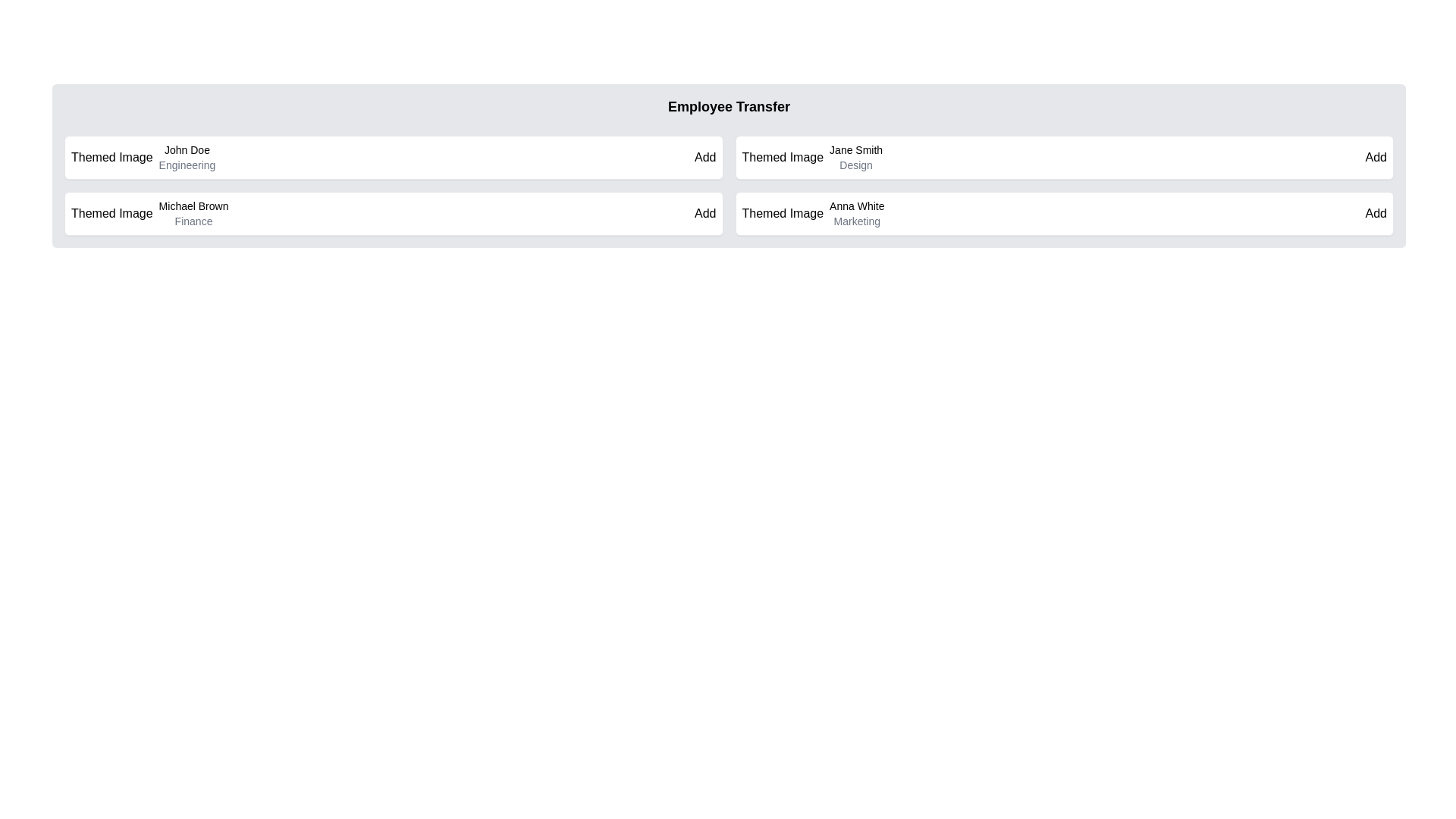 The image size is (1456, 819). Describe the element at coordinates (193, 213) in the screenshot. I see `the text label displaying 'Michael Brown' in bold followed by 'Finance' in gray, located in the middle-left of the row structure between 'Themed Image' and 'Add'` at that location.